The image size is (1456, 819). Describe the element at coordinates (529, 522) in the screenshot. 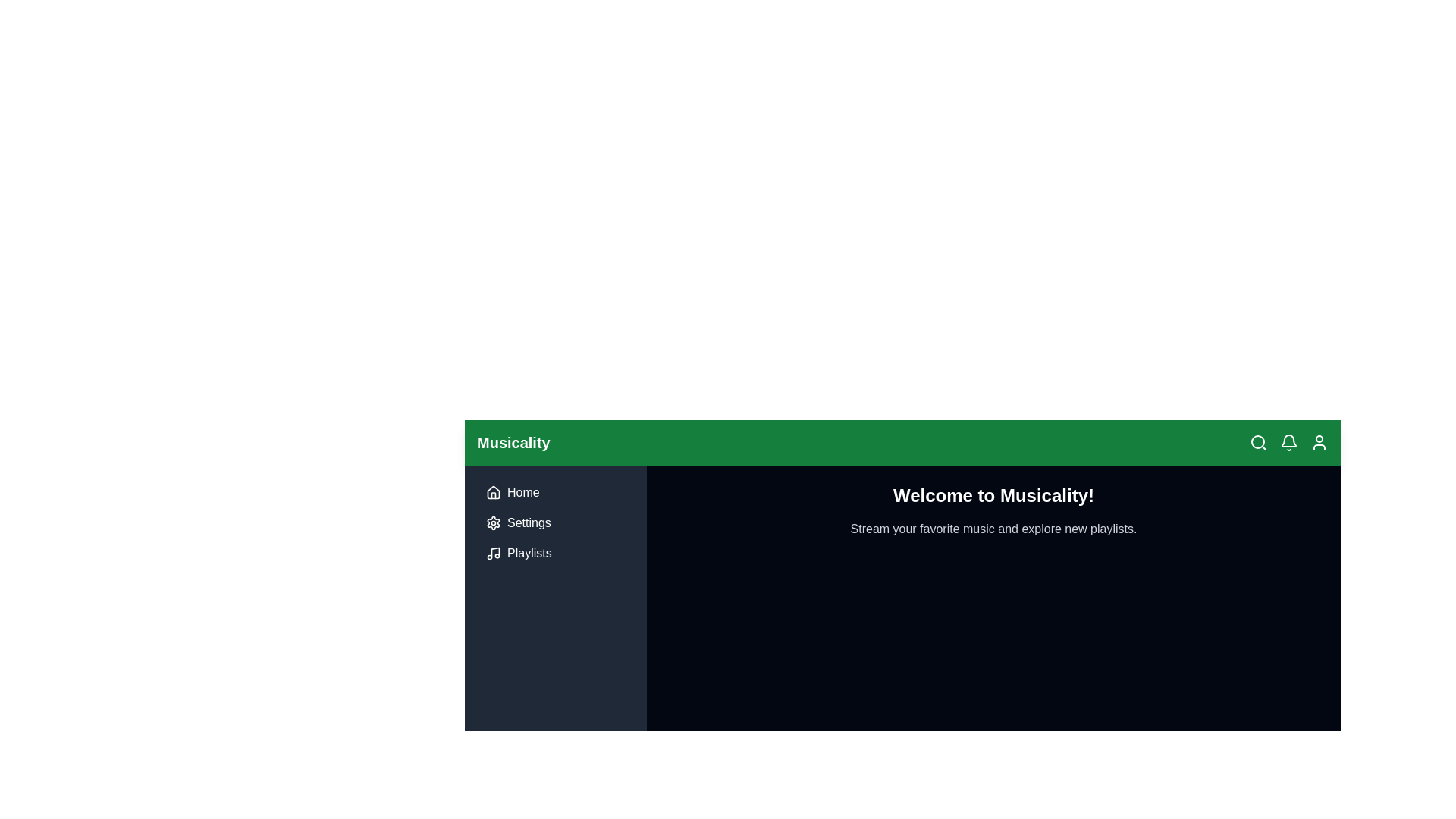

I see `the 'Settings' text label, which is styled in a light color against a dark background and positioned in the vertical navigation menu to the right of the gear icon` at that location.